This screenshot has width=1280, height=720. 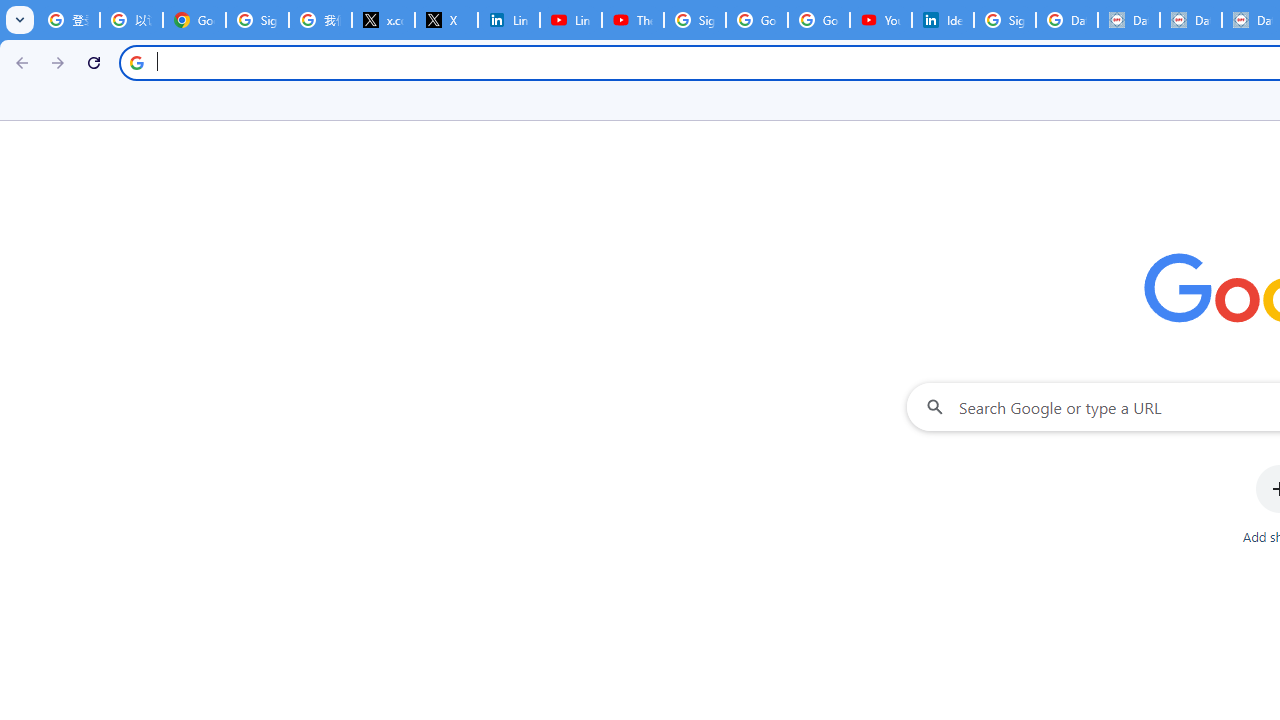 What do you see at coordinates (508, 20) in the screenshot?
I see `'LinkedIn Privacy Policy'` at bounding box center [508, 20].